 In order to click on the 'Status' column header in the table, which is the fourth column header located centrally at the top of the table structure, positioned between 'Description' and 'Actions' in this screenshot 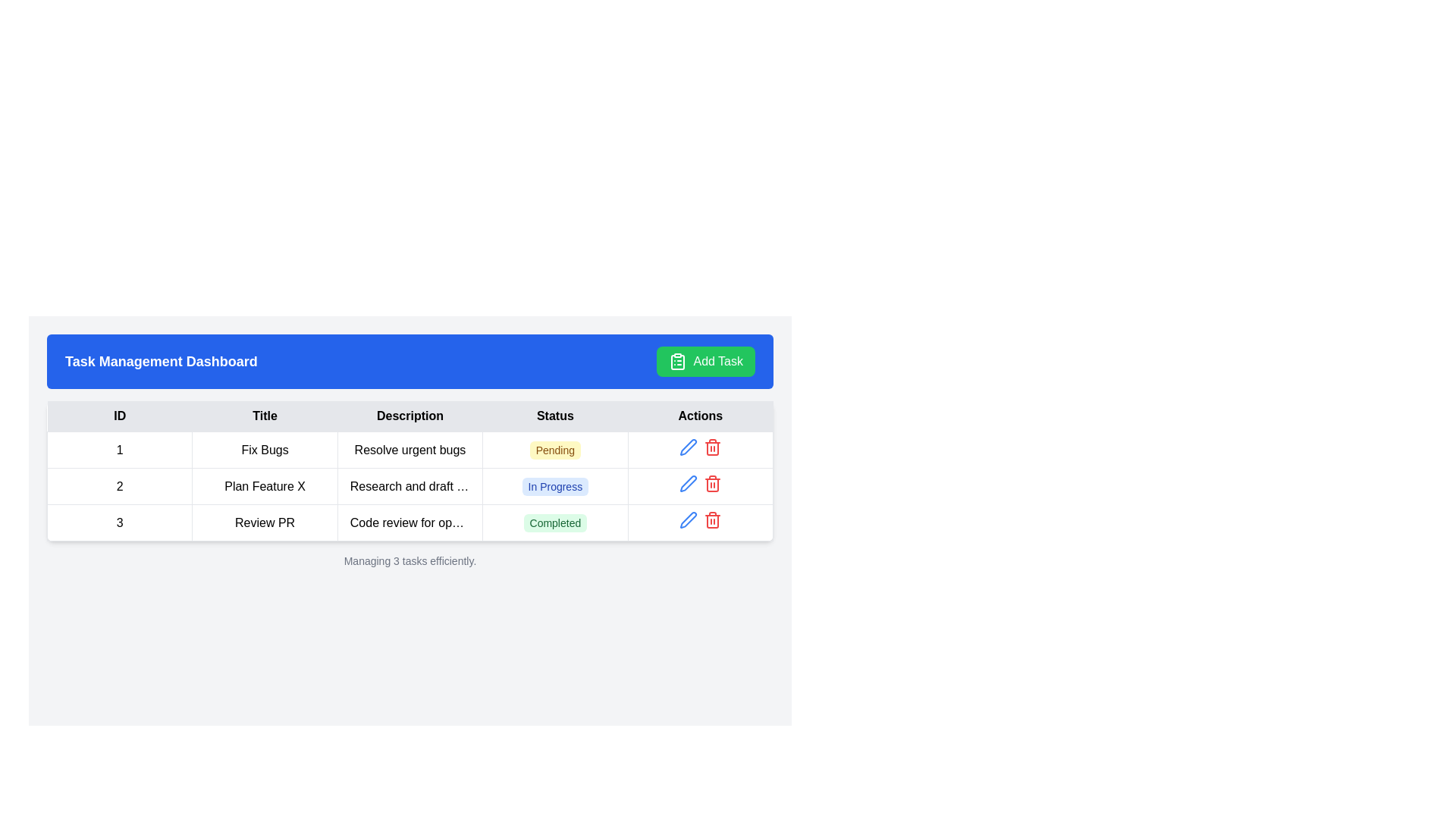, I will do `click(554, 416)`.